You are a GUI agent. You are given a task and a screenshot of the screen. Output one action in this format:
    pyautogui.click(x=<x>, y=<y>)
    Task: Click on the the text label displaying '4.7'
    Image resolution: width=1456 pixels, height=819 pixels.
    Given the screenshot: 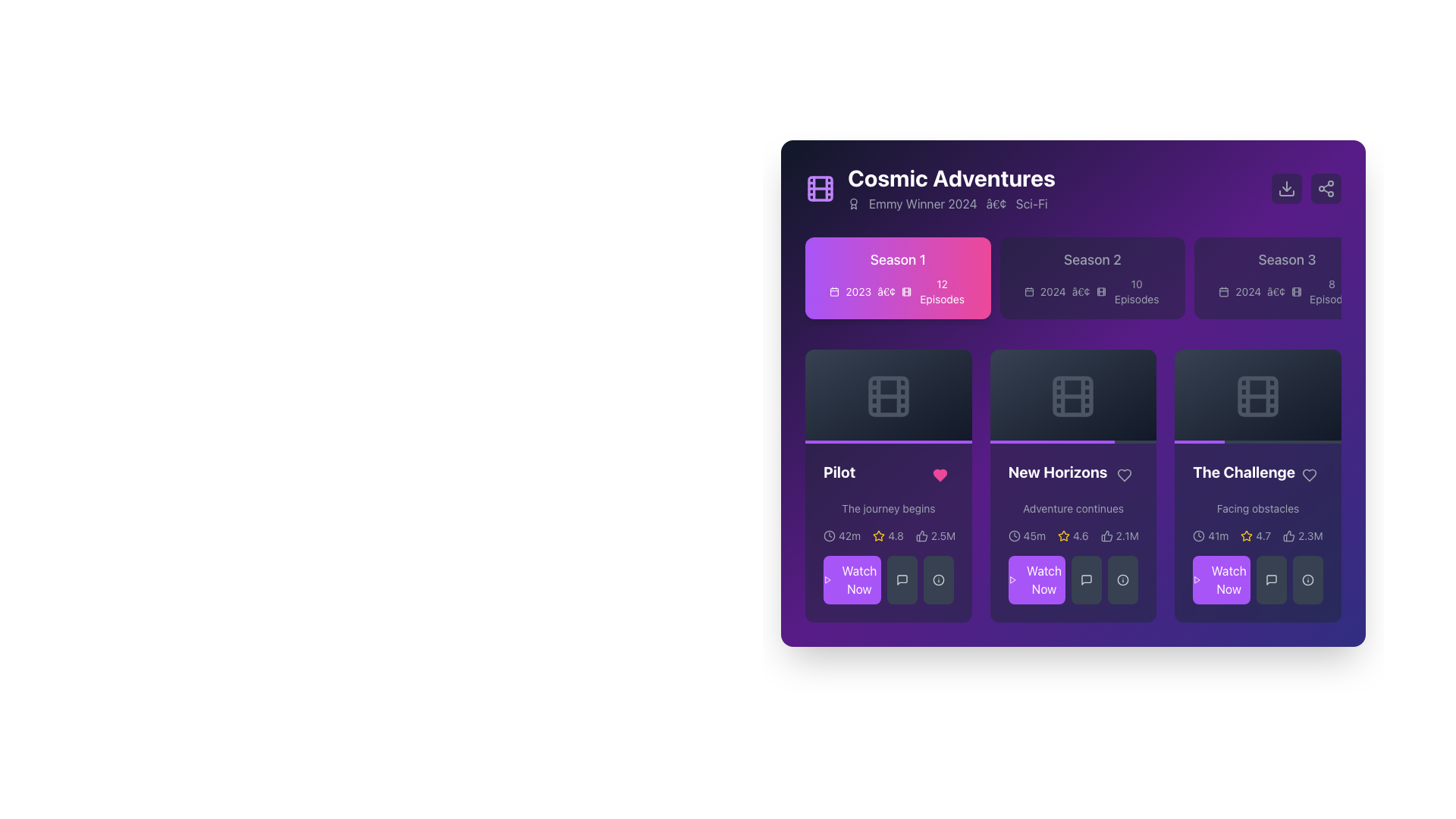 What is the action you would take?
    pyautogui.click(x=1263, y=535)
    